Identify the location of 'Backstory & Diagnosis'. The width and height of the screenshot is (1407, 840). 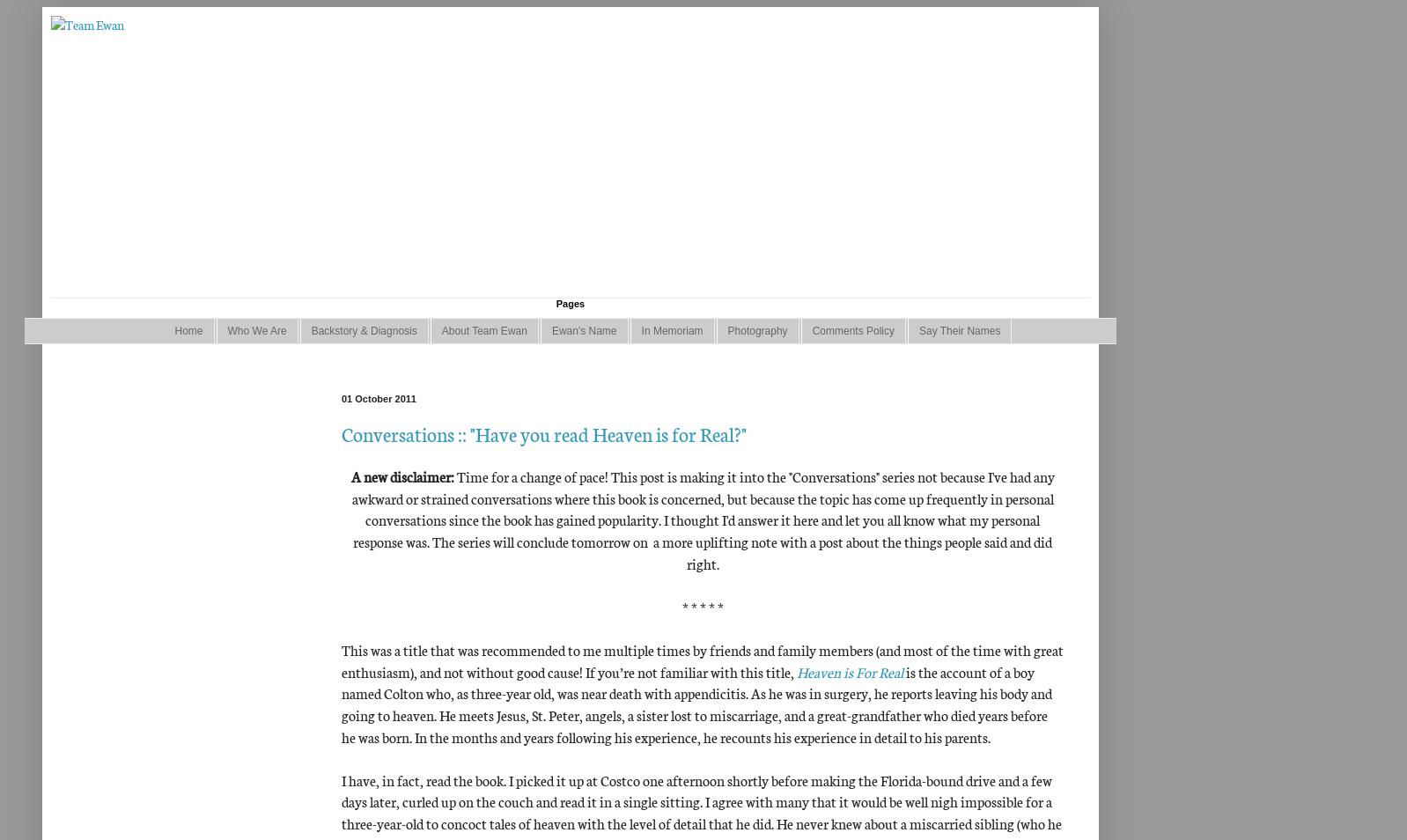
(363, 330).